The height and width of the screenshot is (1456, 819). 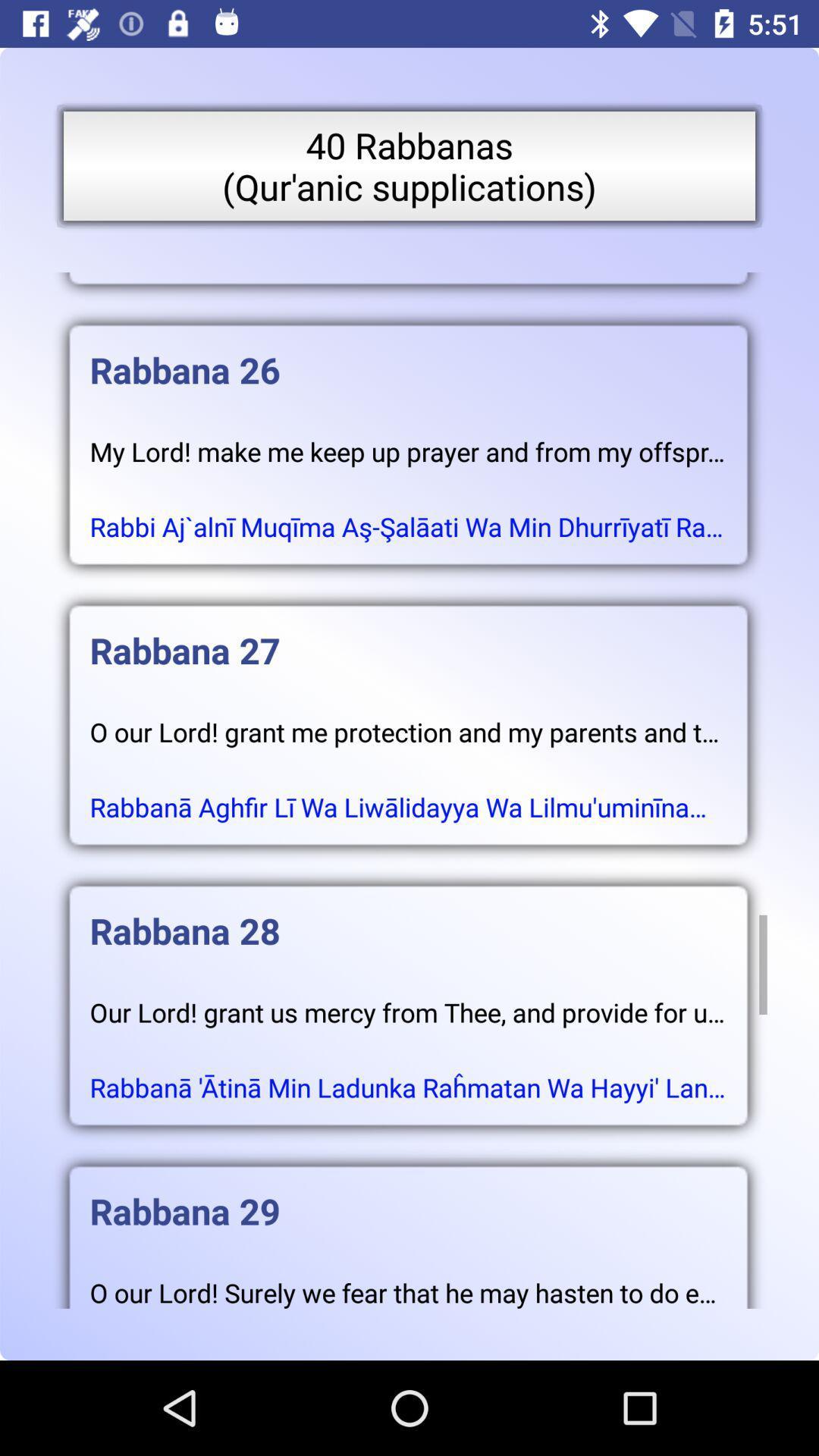 What do you see at coordinates (407, 915) in the screenshot?
I see `icon above our lord grant` at bounding box center [407, 915].